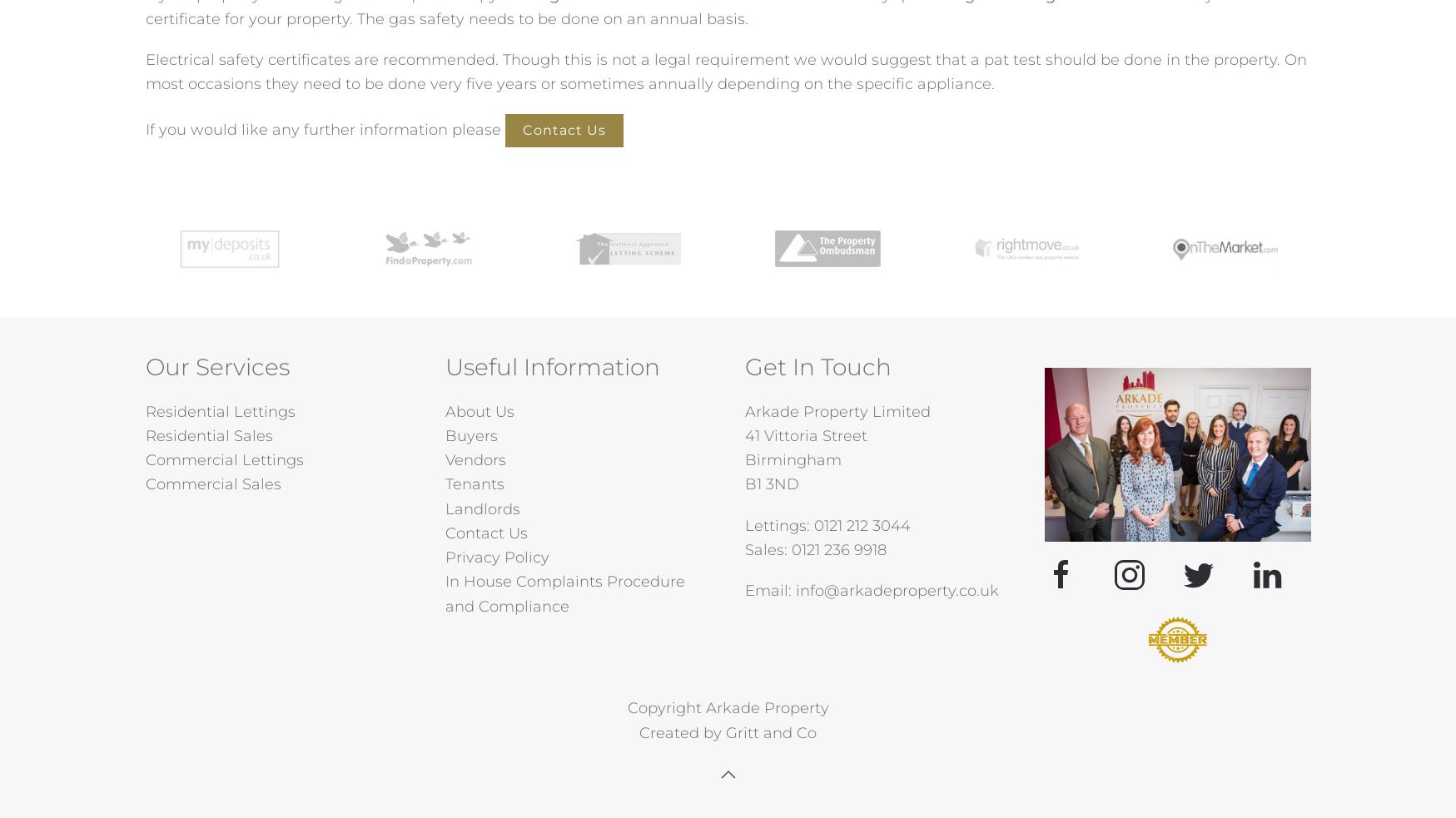 Image resolution: width=1456 pixels, height=818 pixels. I want to click on 'Copyright Arkade Property', so click(726, 707).